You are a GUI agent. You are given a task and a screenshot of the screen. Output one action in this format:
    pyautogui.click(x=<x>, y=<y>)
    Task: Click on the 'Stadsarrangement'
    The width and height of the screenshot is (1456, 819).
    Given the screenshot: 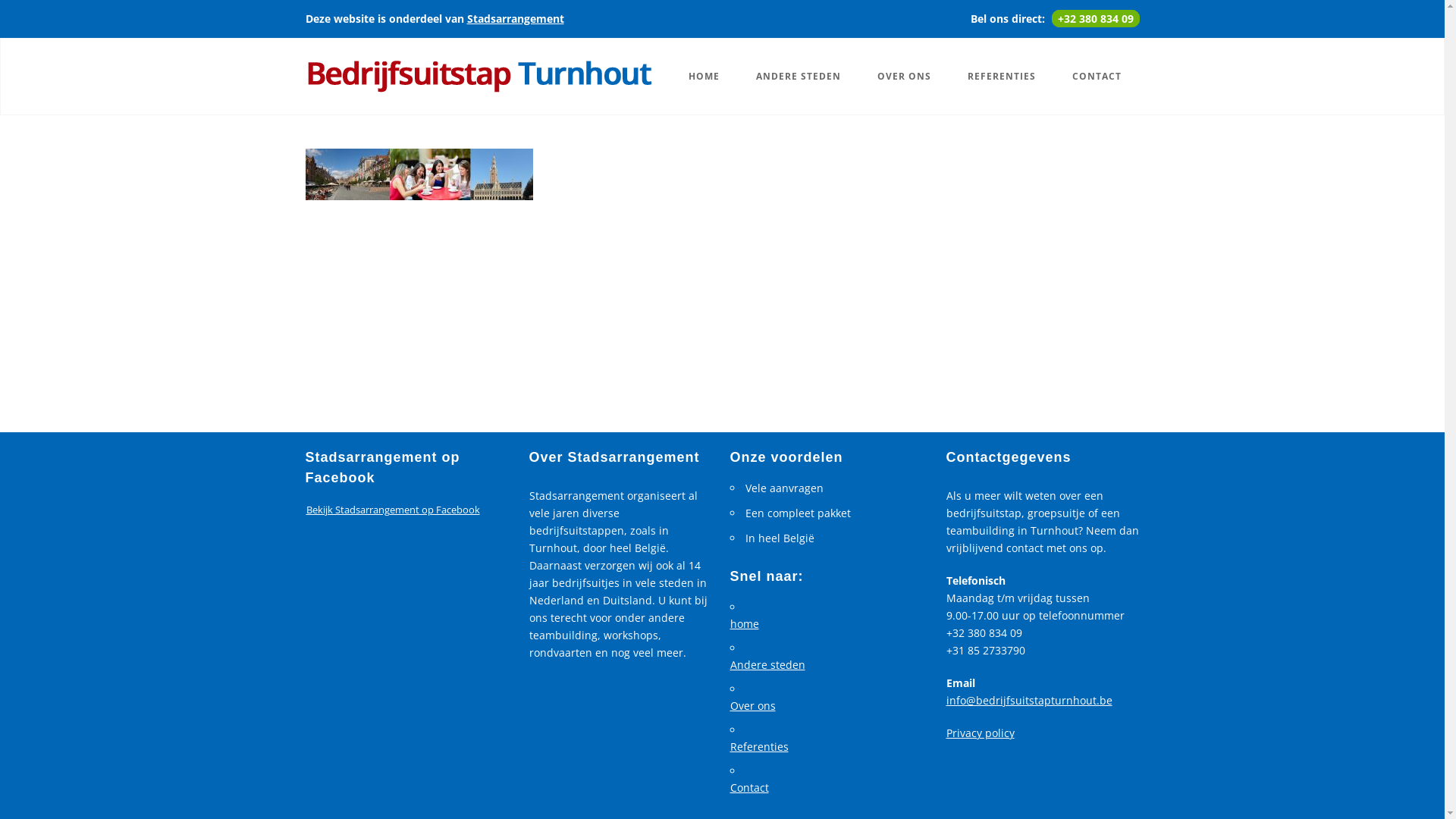 What is the action you would take?
    pyautogui.click(x=516, y=18)
    